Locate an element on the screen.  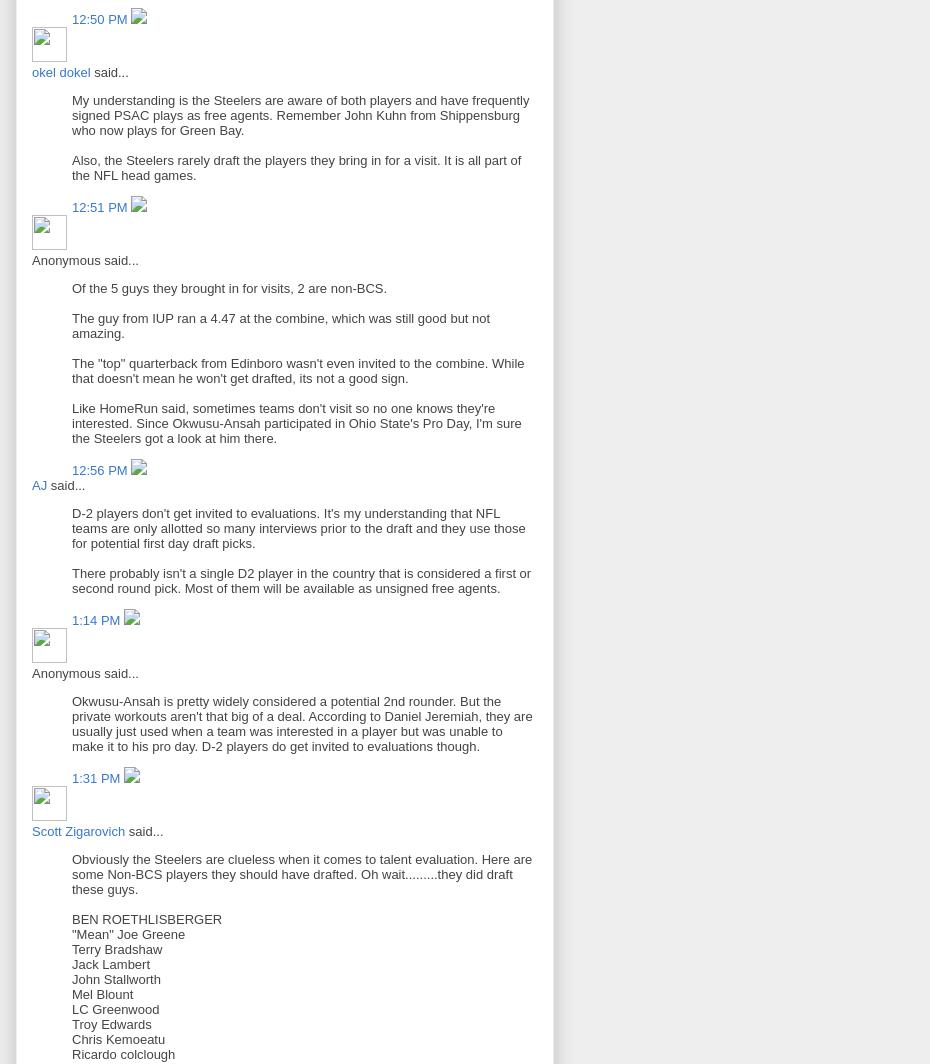
'12:50 PM' is located at coordinates (70, 19).